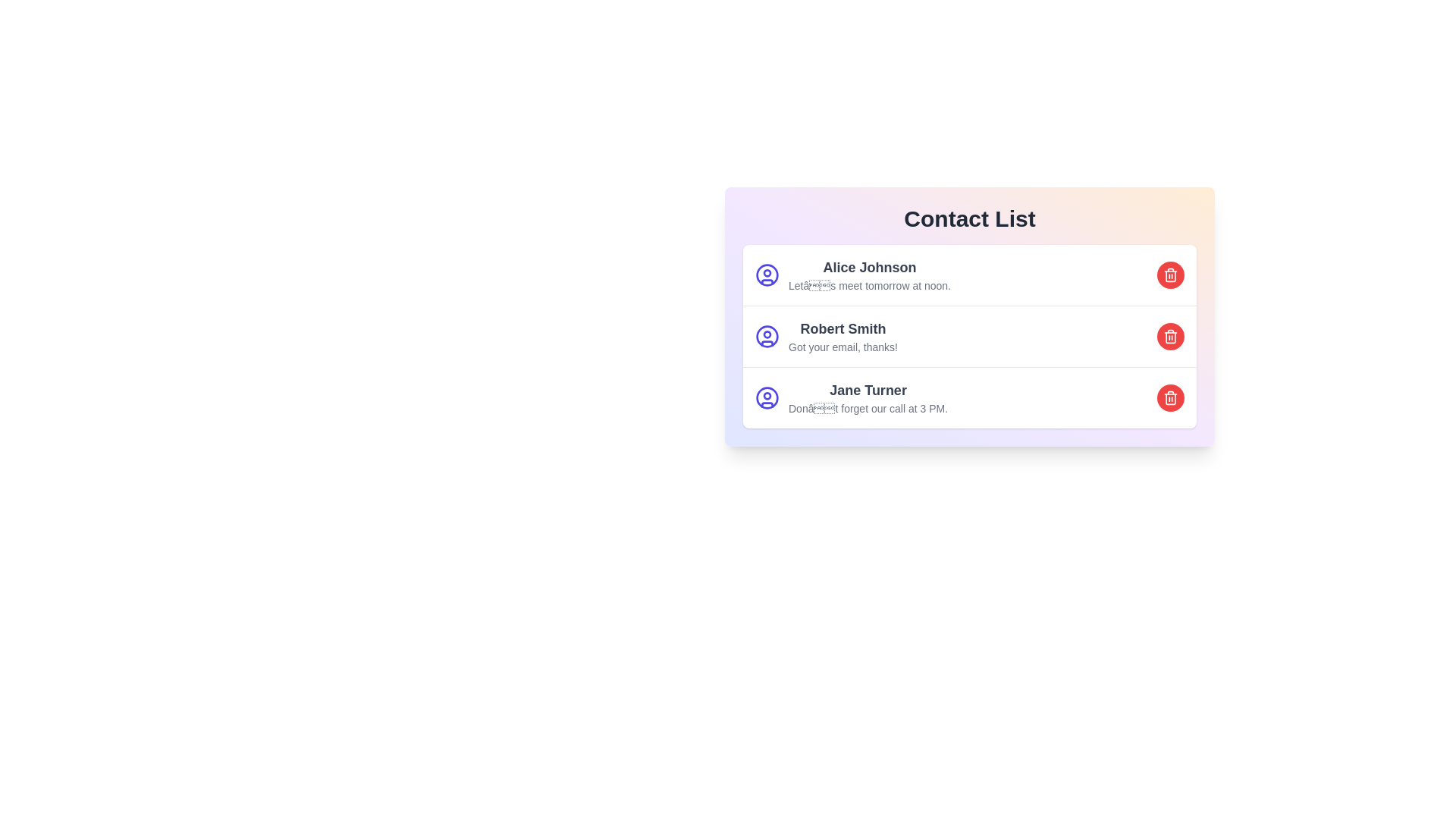 The height and width of the screenshot is (819, 1456). I want to click on the user icon for the contact Jane Turner, so click(767, 397).